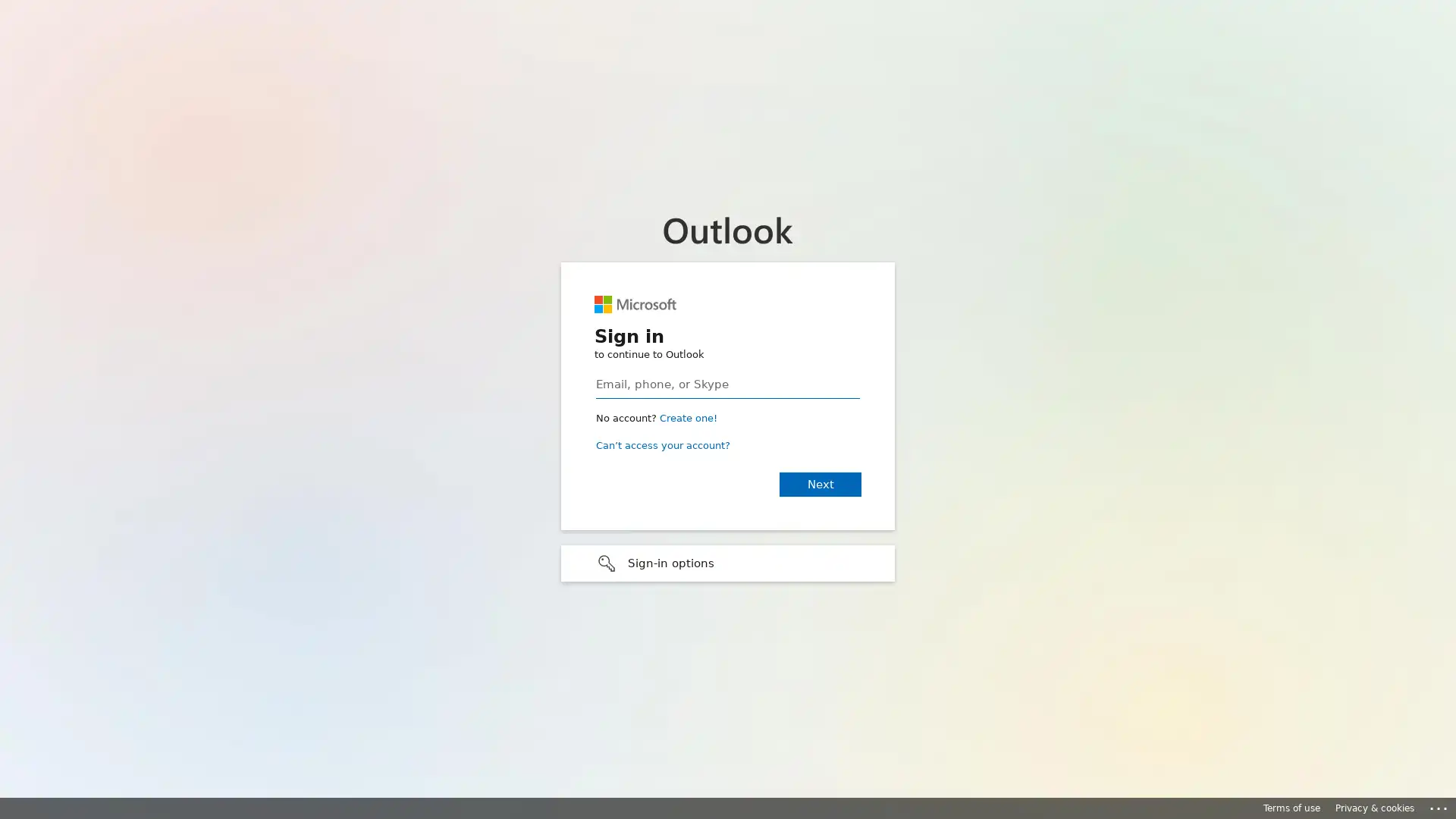 The width and height of the screenshot is (1456, 819). Describe the element at coordinates (819, 483) in the screenshot. I see `Next` at that location.